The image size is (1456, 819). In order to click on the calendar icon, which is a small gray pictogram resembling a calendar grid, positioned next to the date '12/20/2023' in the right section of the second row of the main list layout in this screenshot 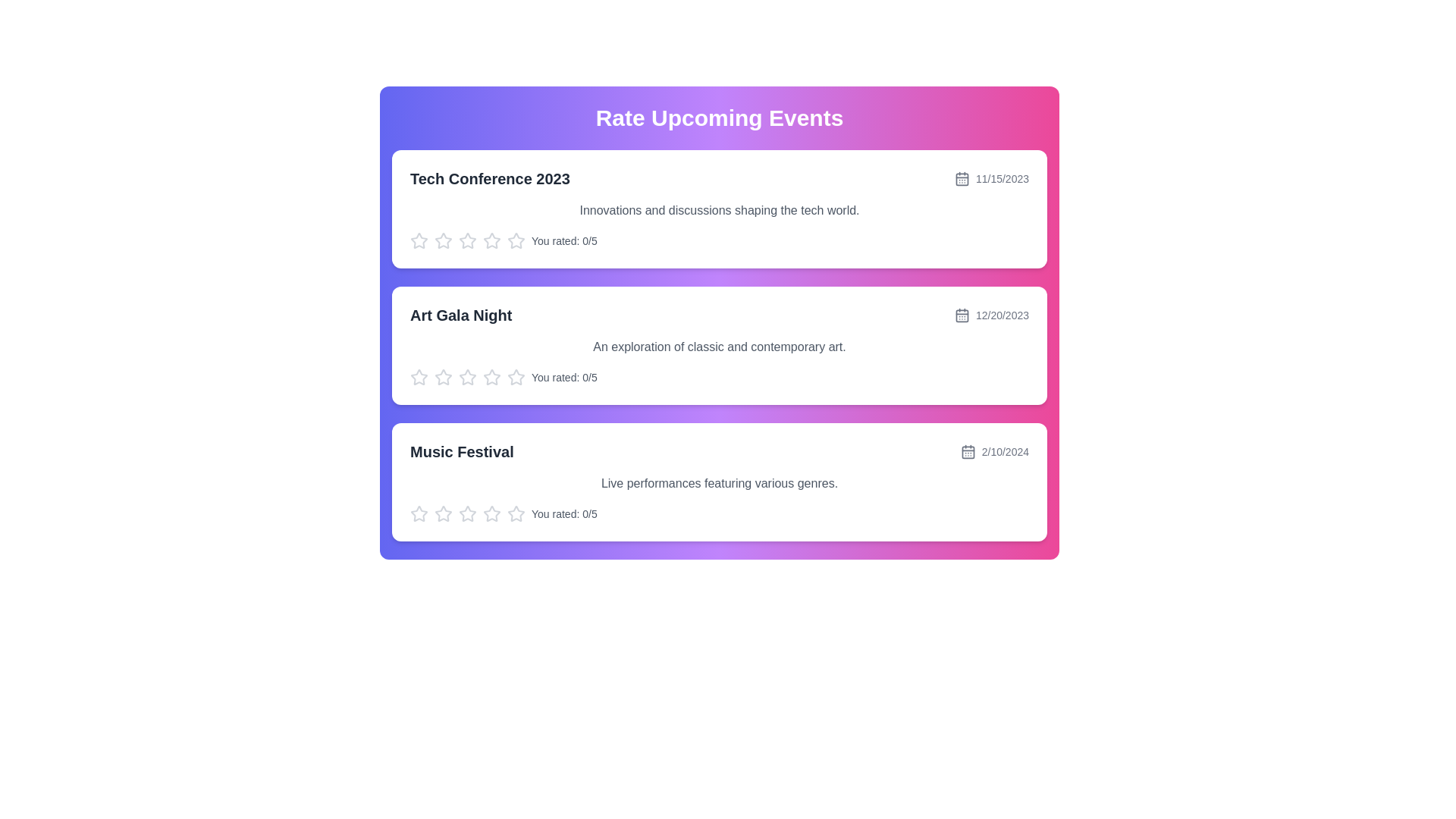, I will do `click(961, 315)`.